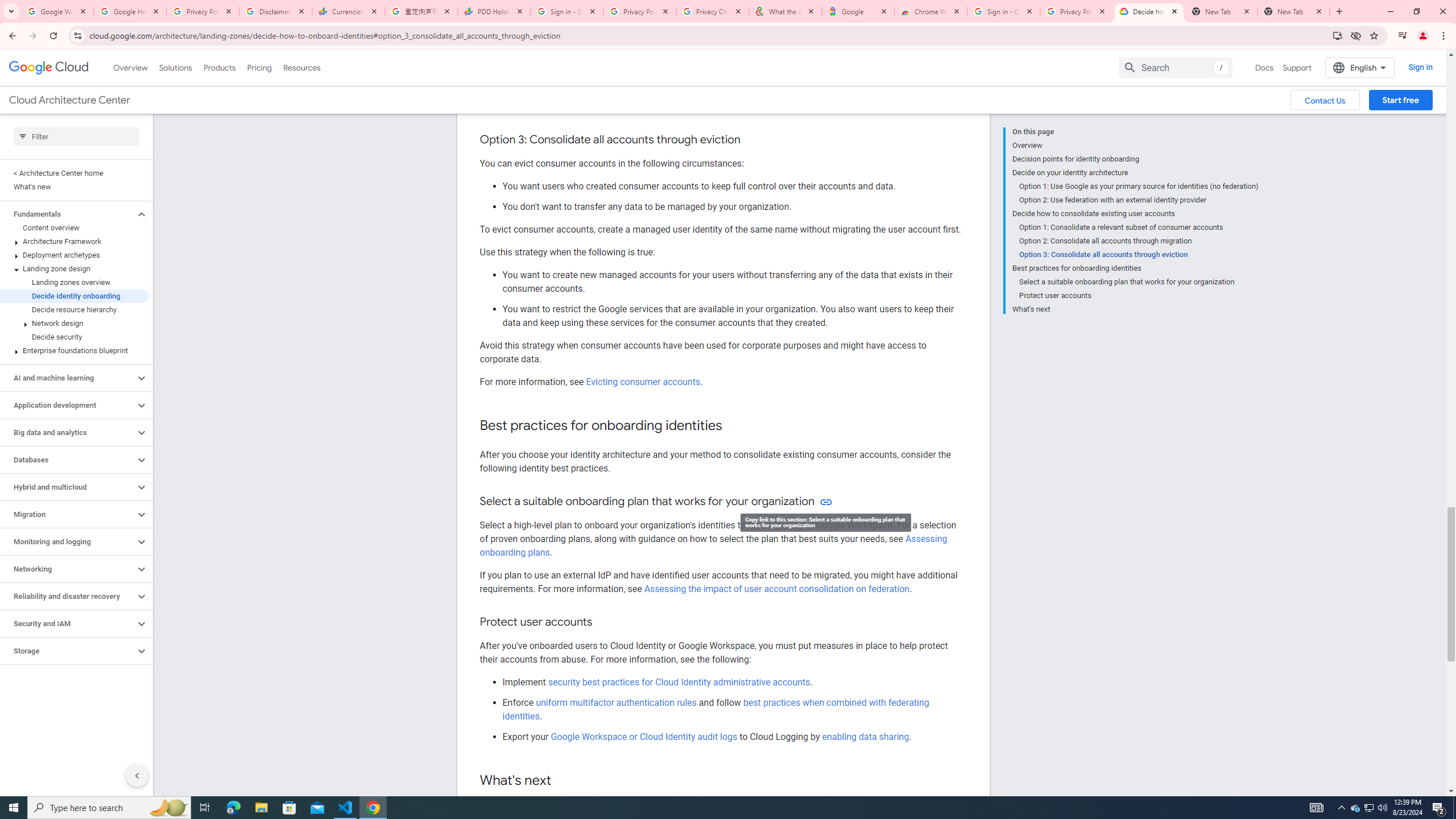 The height and width of the screenshot is (819, 1456). What do you see at coordinates (1134, 307) in the screenshot?
I see `'What'` at bounding box center [1134, 307].